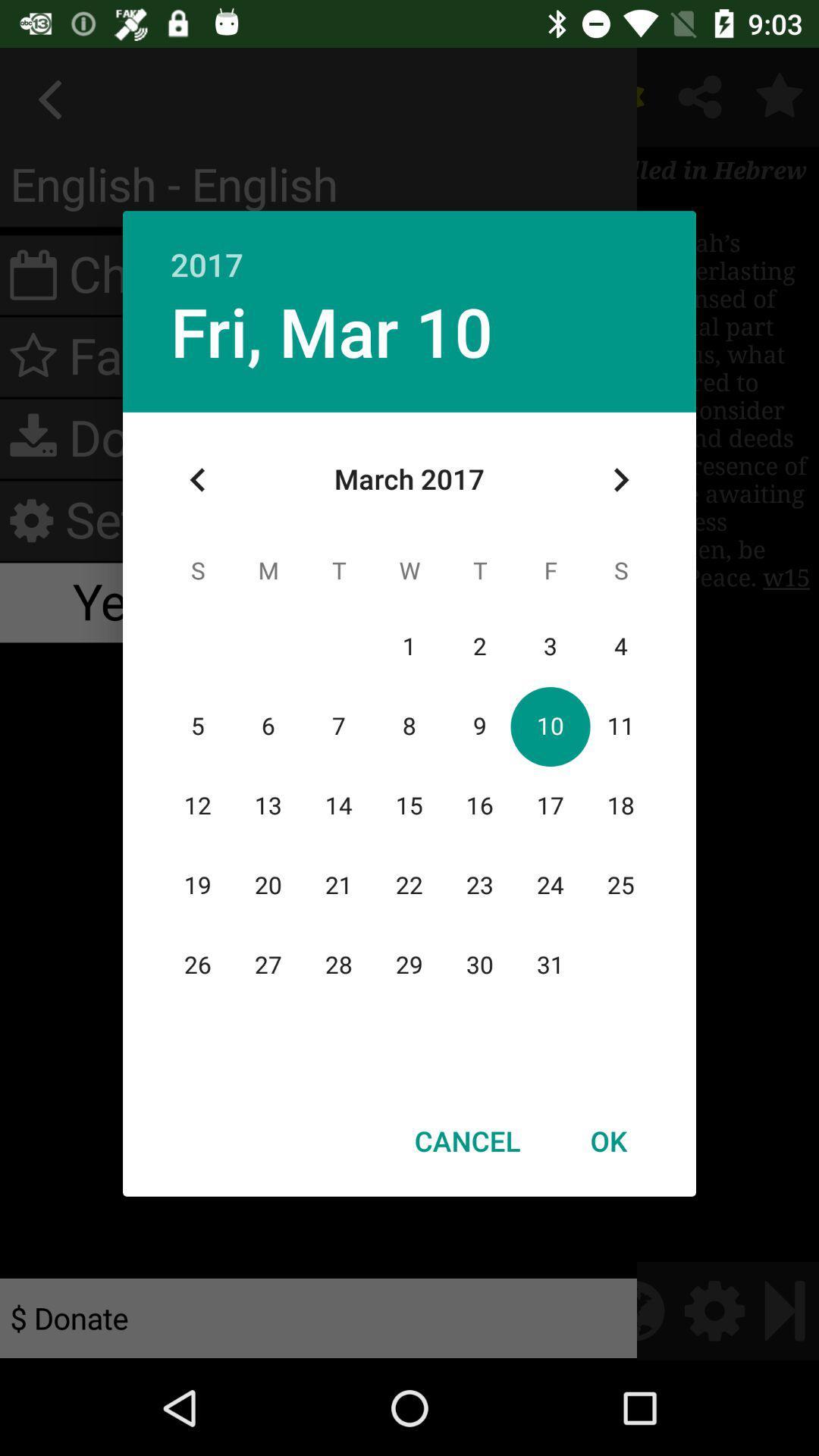 The height and width of the screenshot is (1456, 819). I want to click on the app below 2017, so click(620, 479).